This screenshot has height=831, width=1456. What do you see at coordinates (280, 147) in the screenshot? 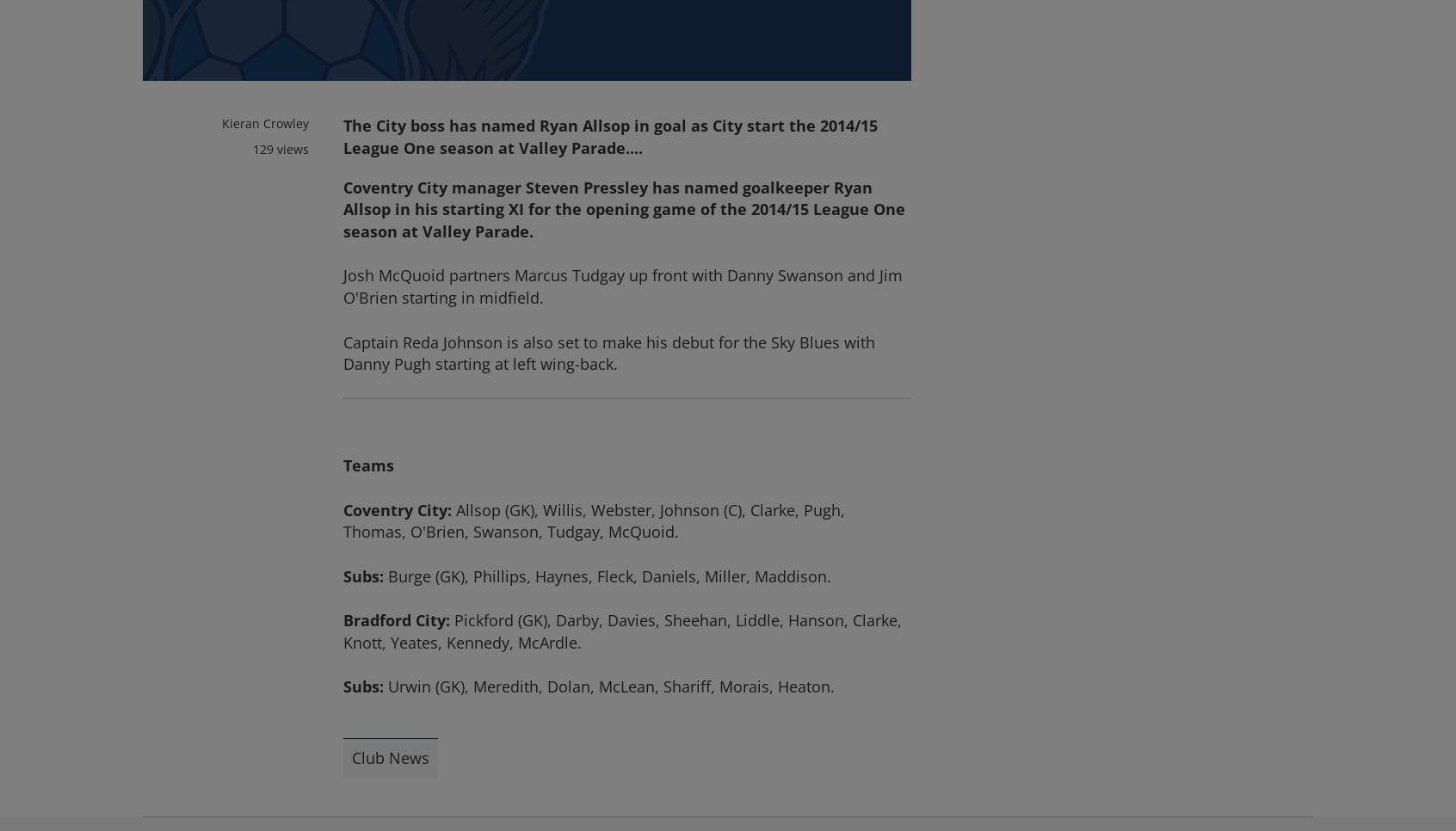
I see `'129 views'` at bounding box center [280, 147].